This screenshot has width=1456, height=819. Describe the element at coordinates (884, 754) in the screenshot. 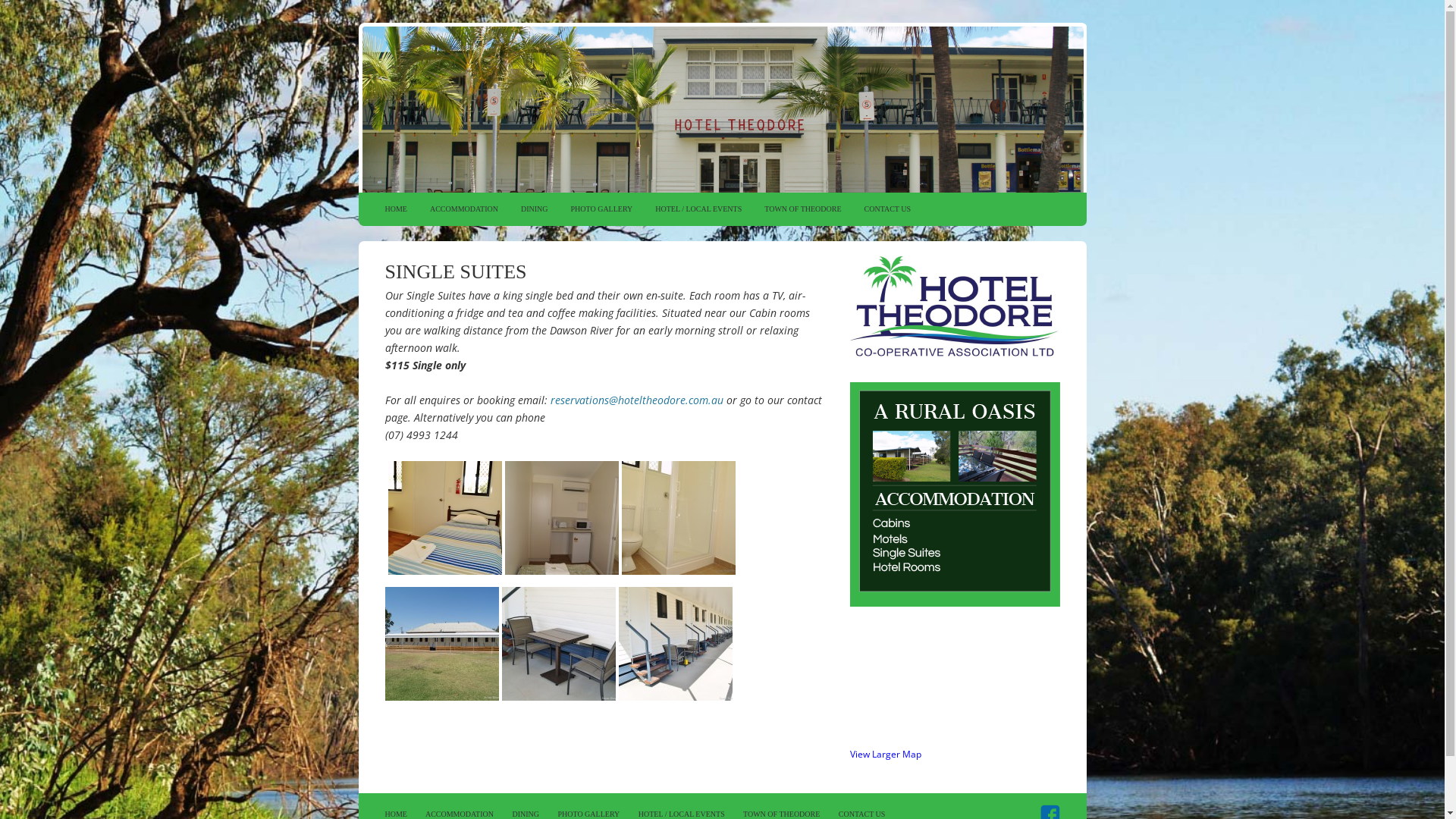

I see `'View Larger Map'` at that location.